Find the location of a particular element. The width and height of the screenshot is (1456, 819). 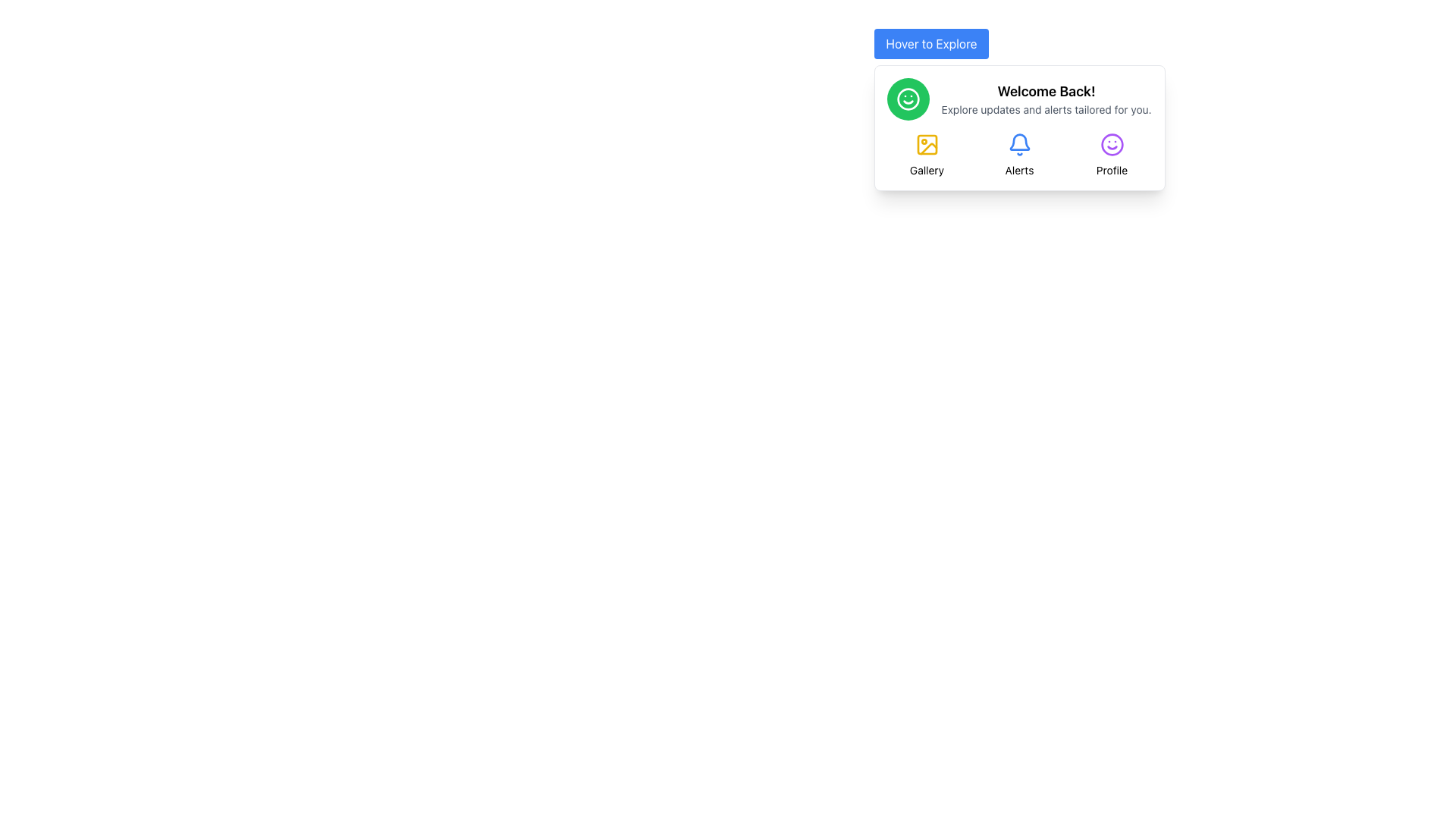

the welcome message composite UI element located at the top center of the card, which includes an icon and accompanying text to inform the user of updates and alerts is located at coordinates (1019, 99).